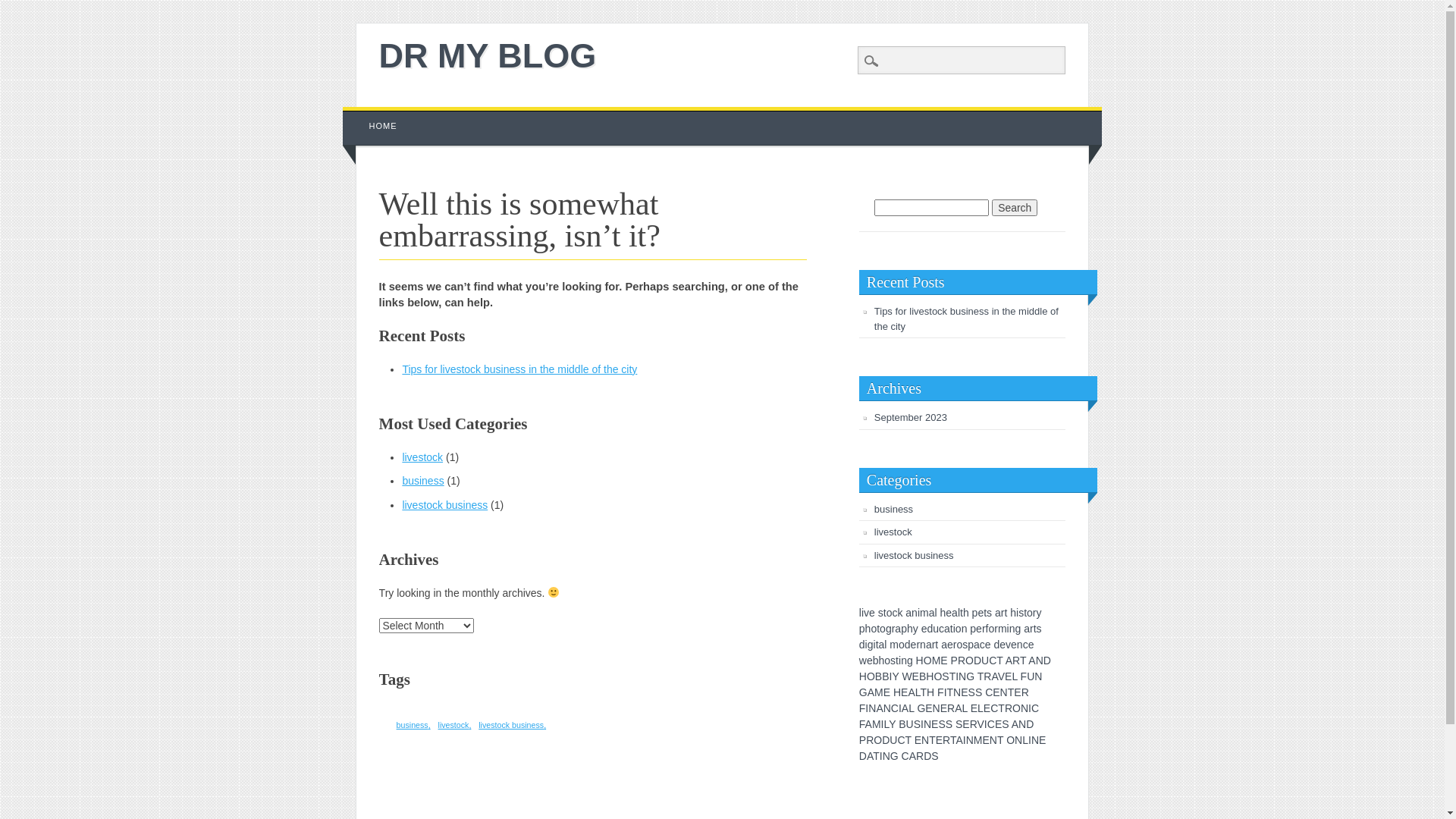 The image size is (1456, 819). I want to click on 'f', so click(986, 629).